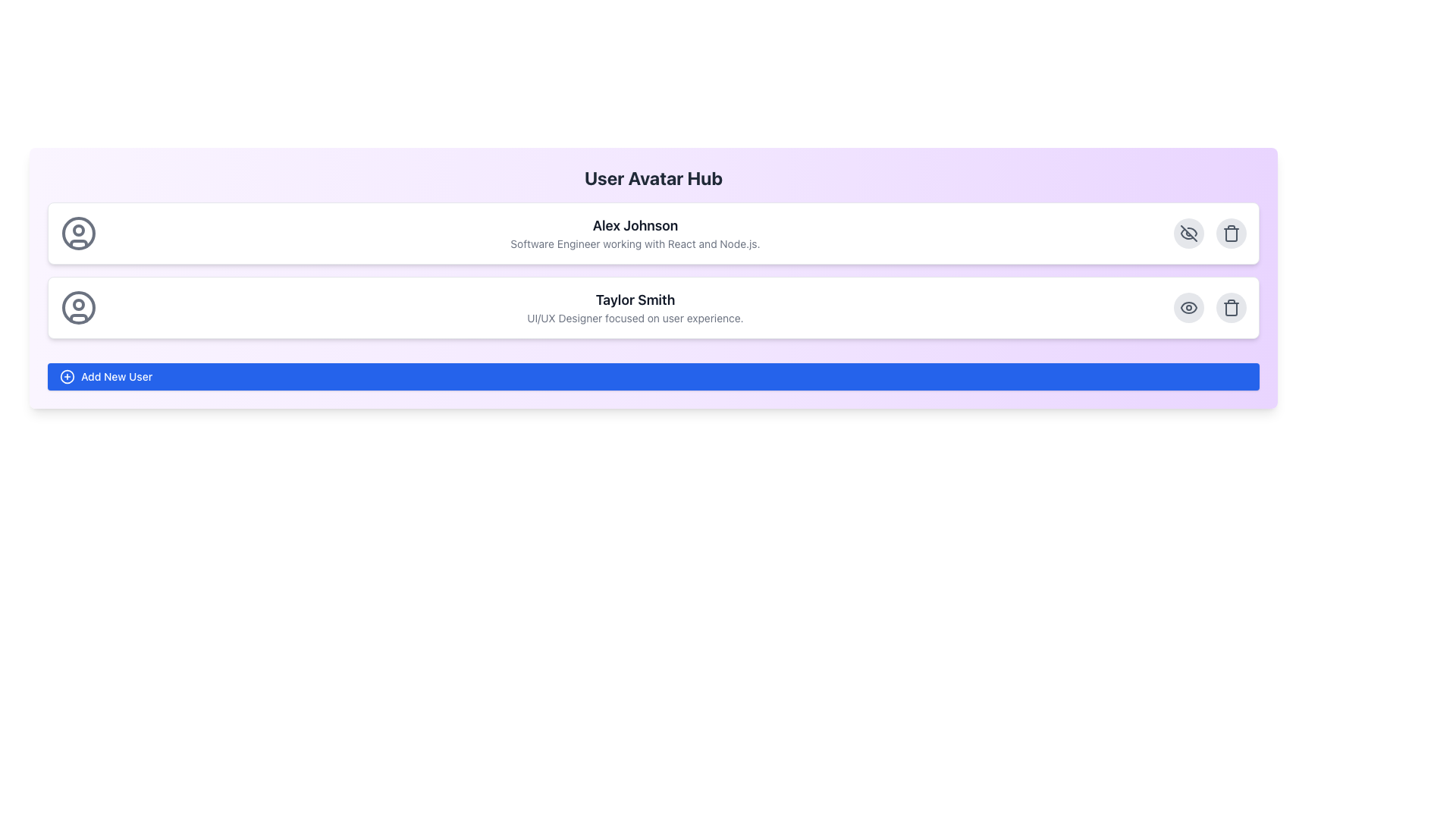 The height and width of the screenshot is (819, 1456). Describe the element at coordinates (1188, 234) in the screenshot. I see `the visibility toggle icon button located at the top-right corner of the first user information card` at that location.